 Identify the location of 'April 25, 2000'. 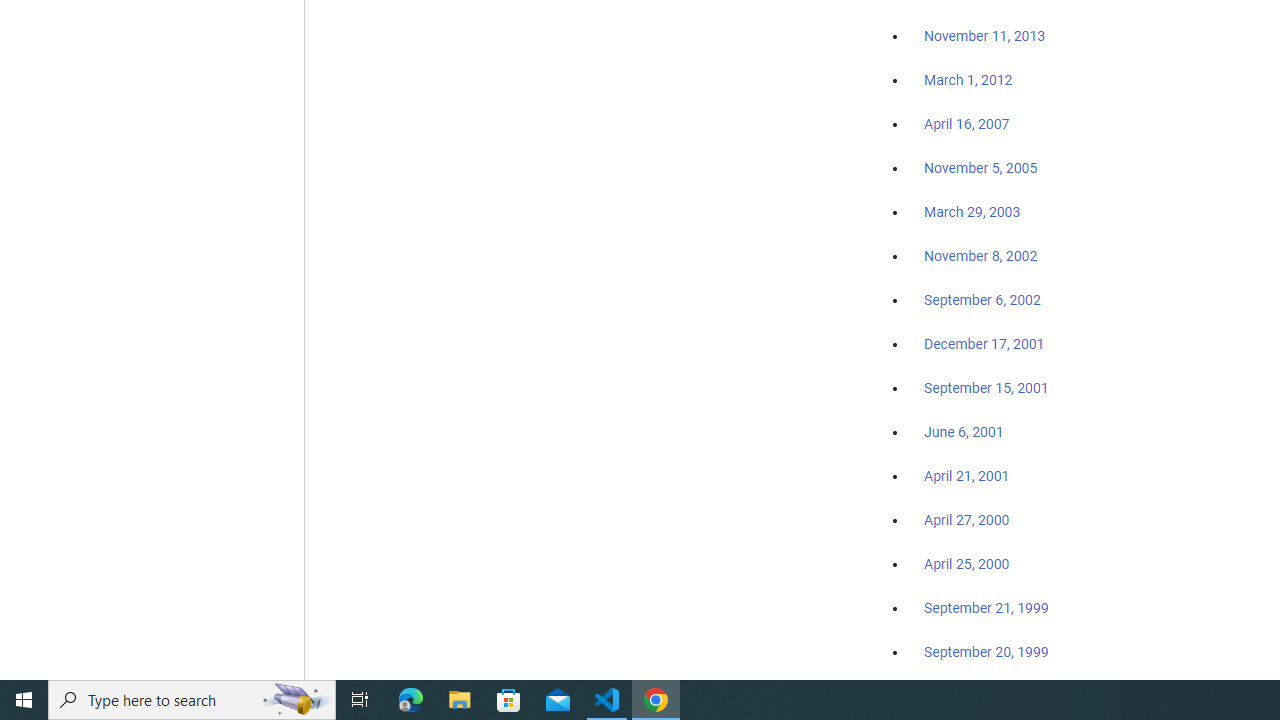
(967, 564).